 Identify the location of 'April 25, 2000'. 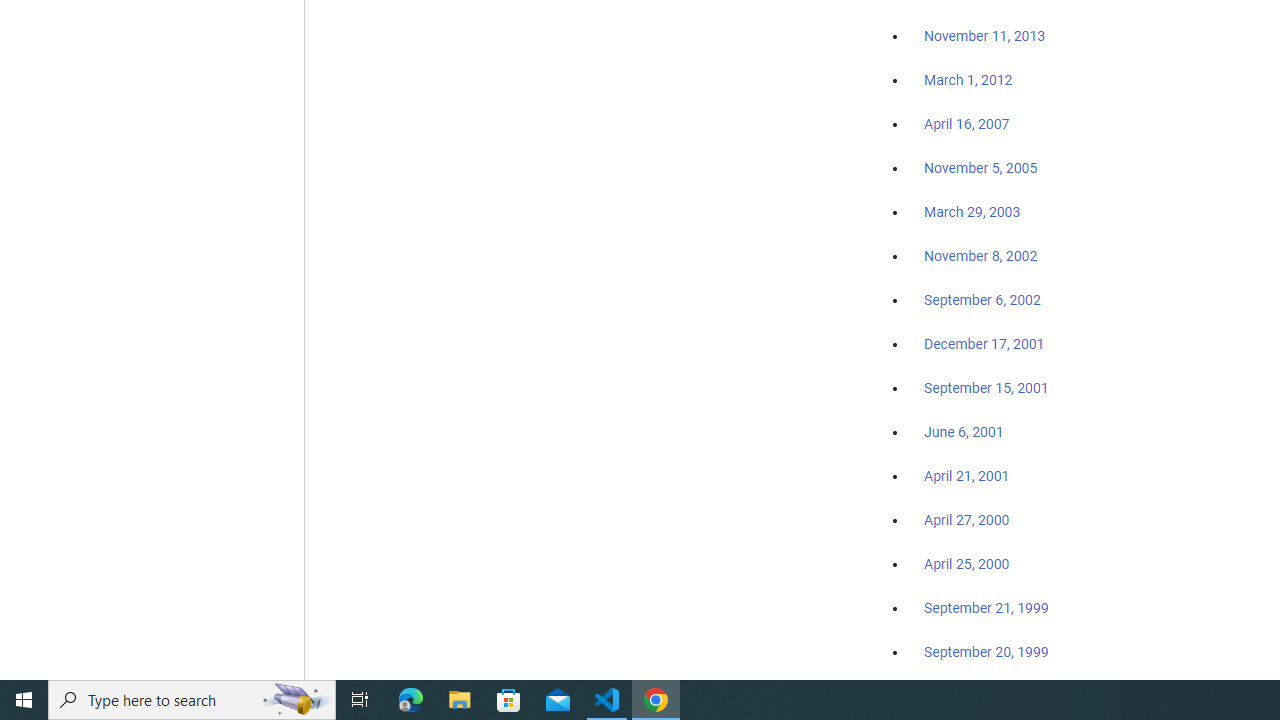
(967, 564).